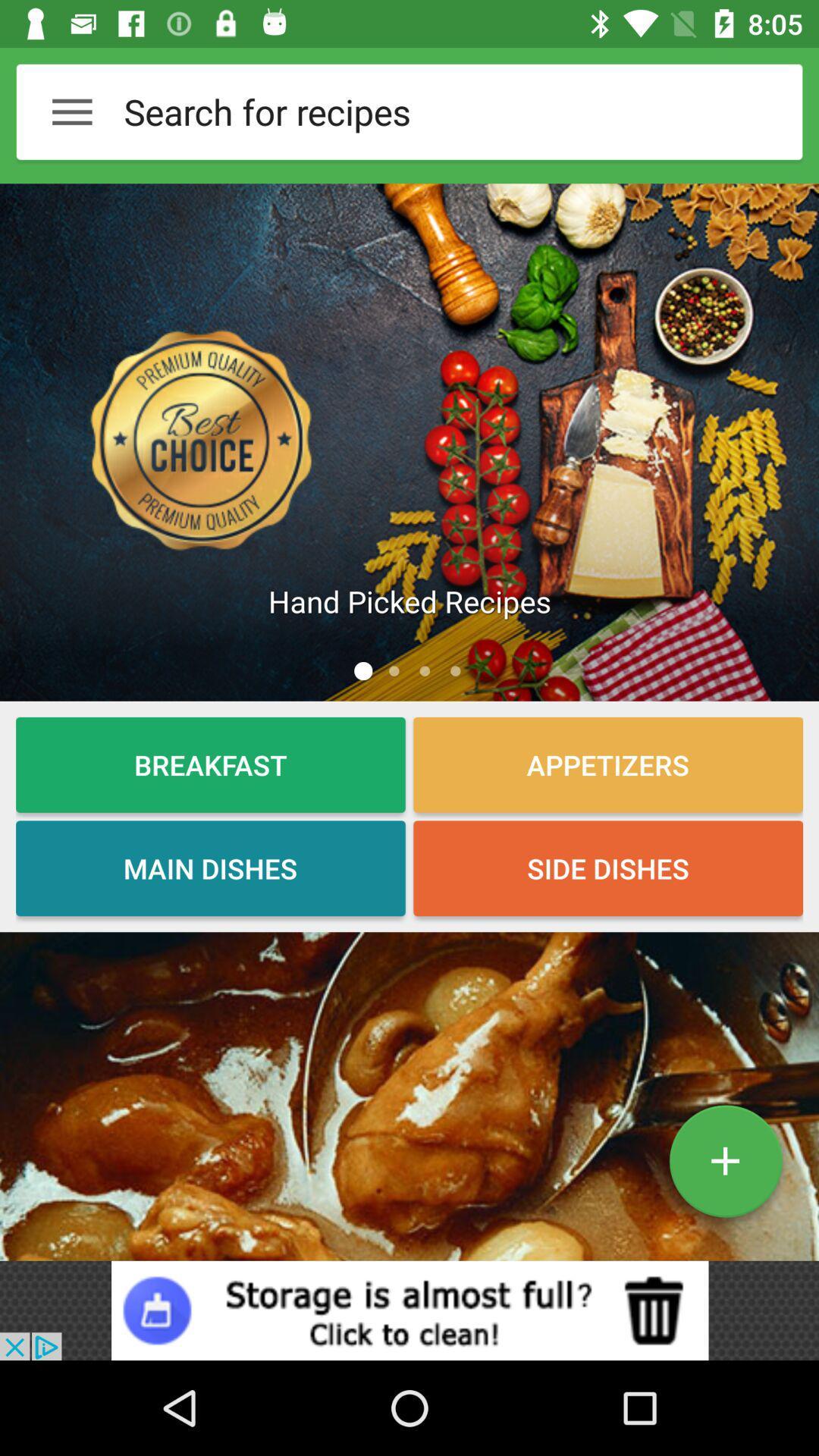 This screenshot has height=1456, width=819. I want to click on the add icon, so click(724, 1166).